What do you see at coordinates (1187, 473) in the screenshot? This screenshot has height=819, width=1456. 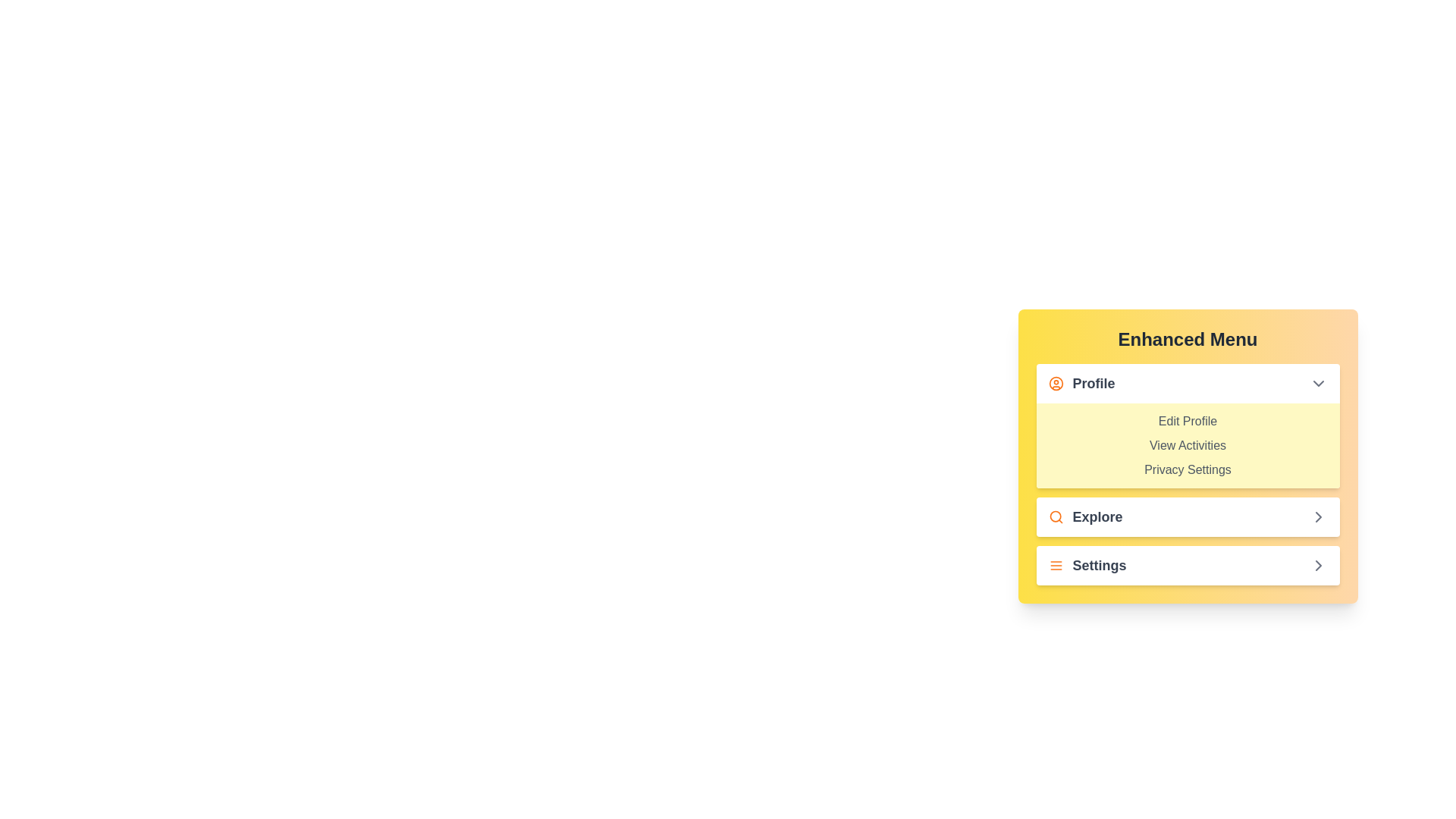 I see `the text link that is the third item in the dropdown under the 'Profile' header in the 'Enhanced Menu'` at bounding box center [1187, 473].